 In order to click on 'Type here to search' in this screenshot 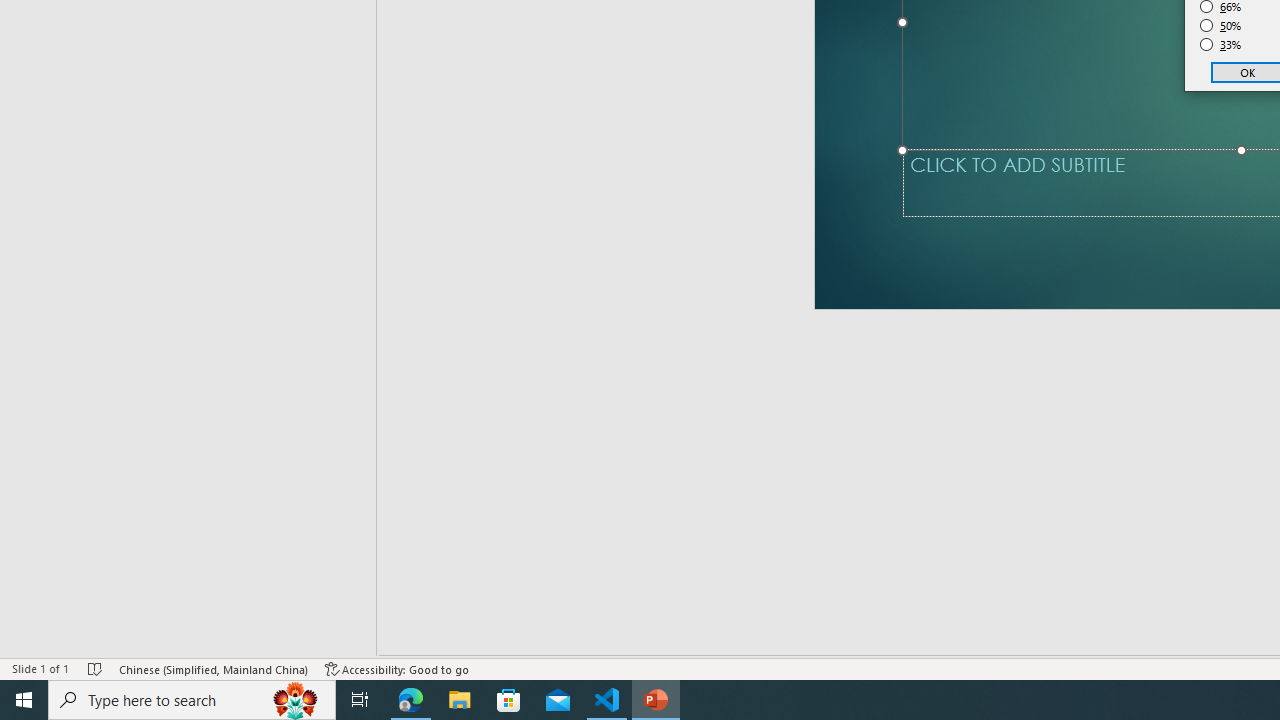, I will do `click(192, 698)`.